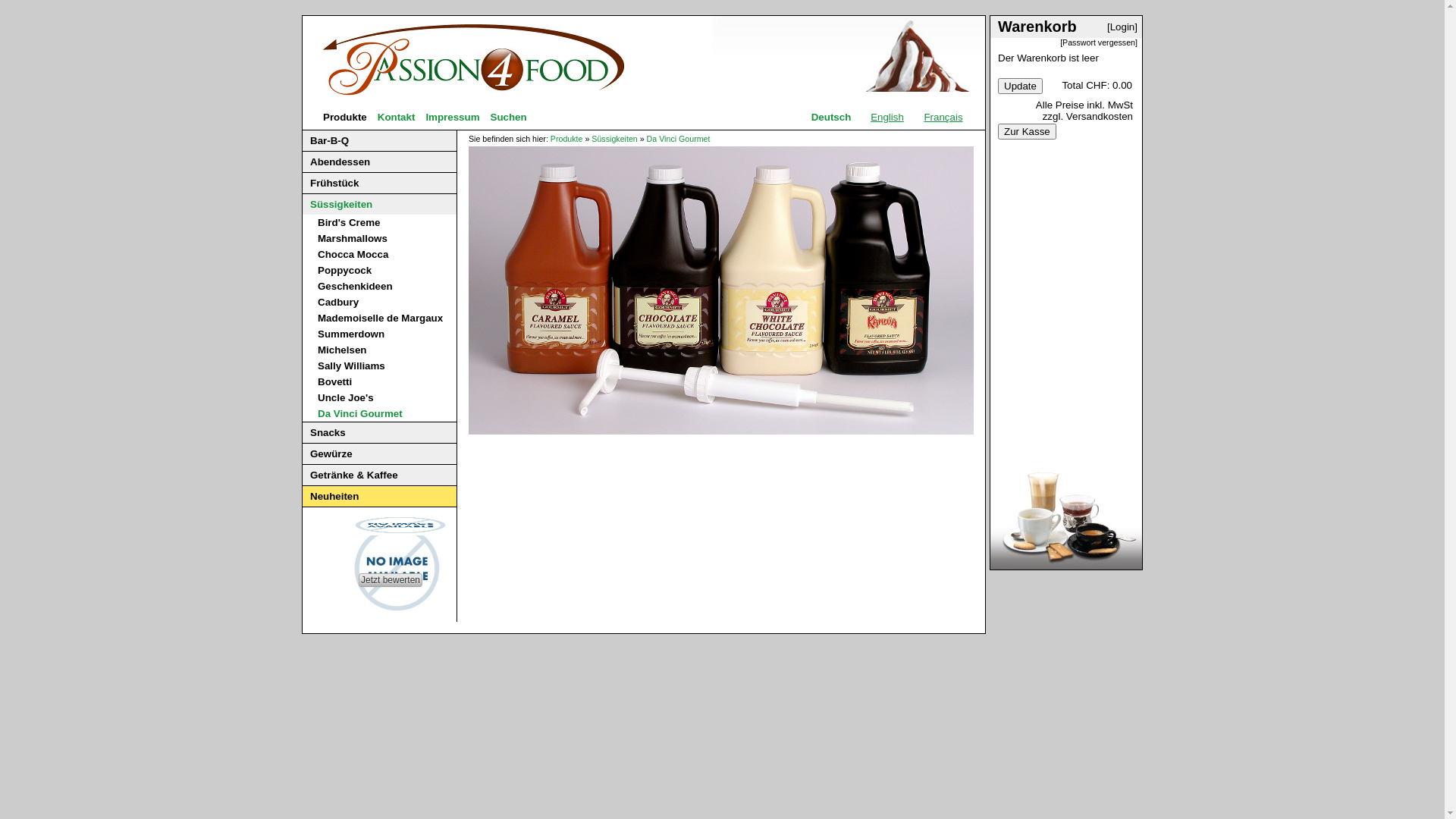 The width and height of the screenshot is (1456, 819). Describe the element at coordinates (309, 140) in the screenshot. I see `'Bar-B-Q'` at that location.